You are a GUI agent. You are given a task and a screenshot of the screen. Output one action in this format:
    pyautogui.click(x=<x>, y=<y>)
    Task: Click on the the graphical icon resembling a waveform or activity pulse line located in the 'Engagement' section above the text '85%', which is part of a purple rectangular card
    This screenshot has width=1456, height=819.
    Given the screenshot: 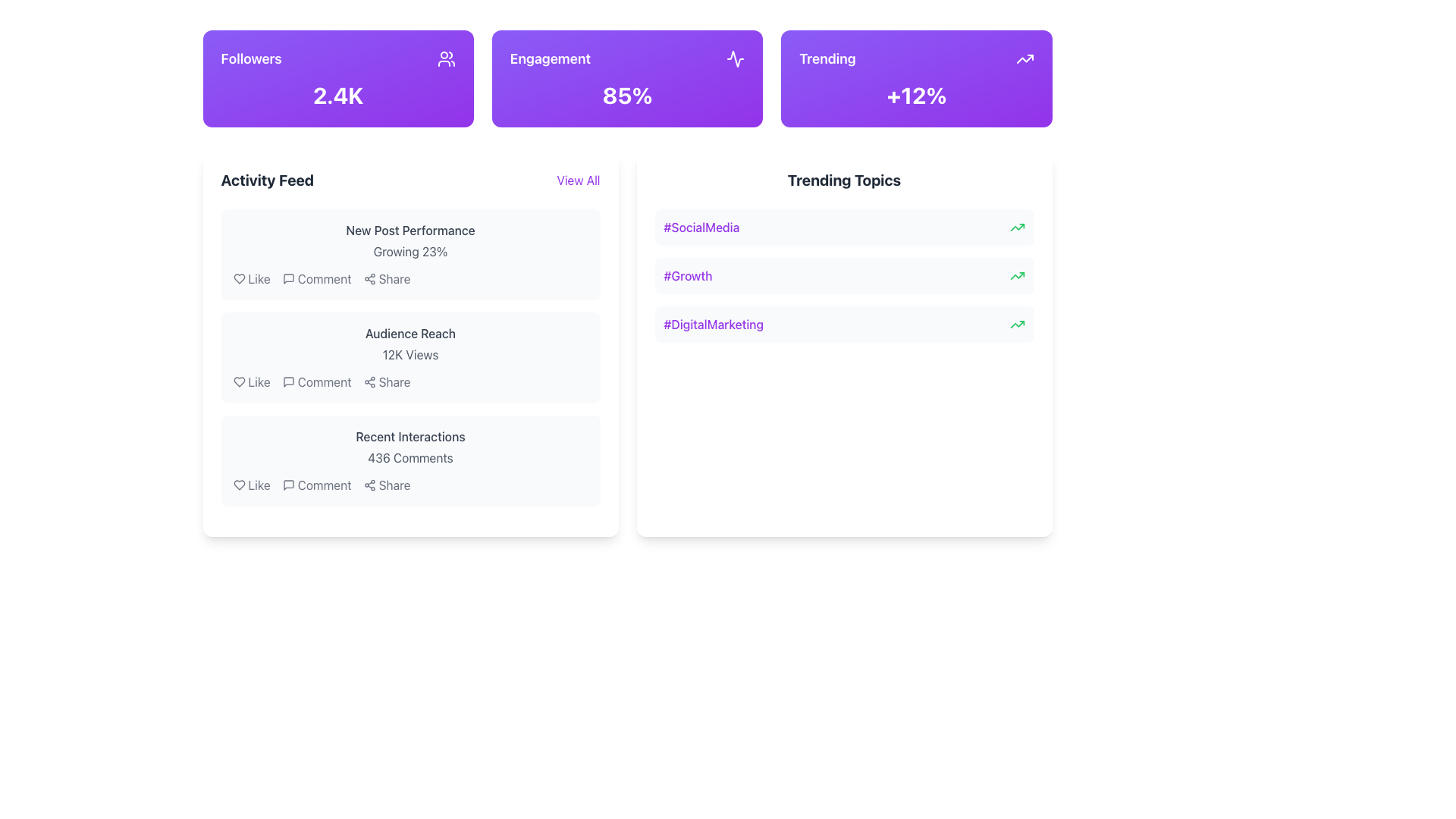 What is the action you would take?
    pyautogui.click(x=736, y=58)
    